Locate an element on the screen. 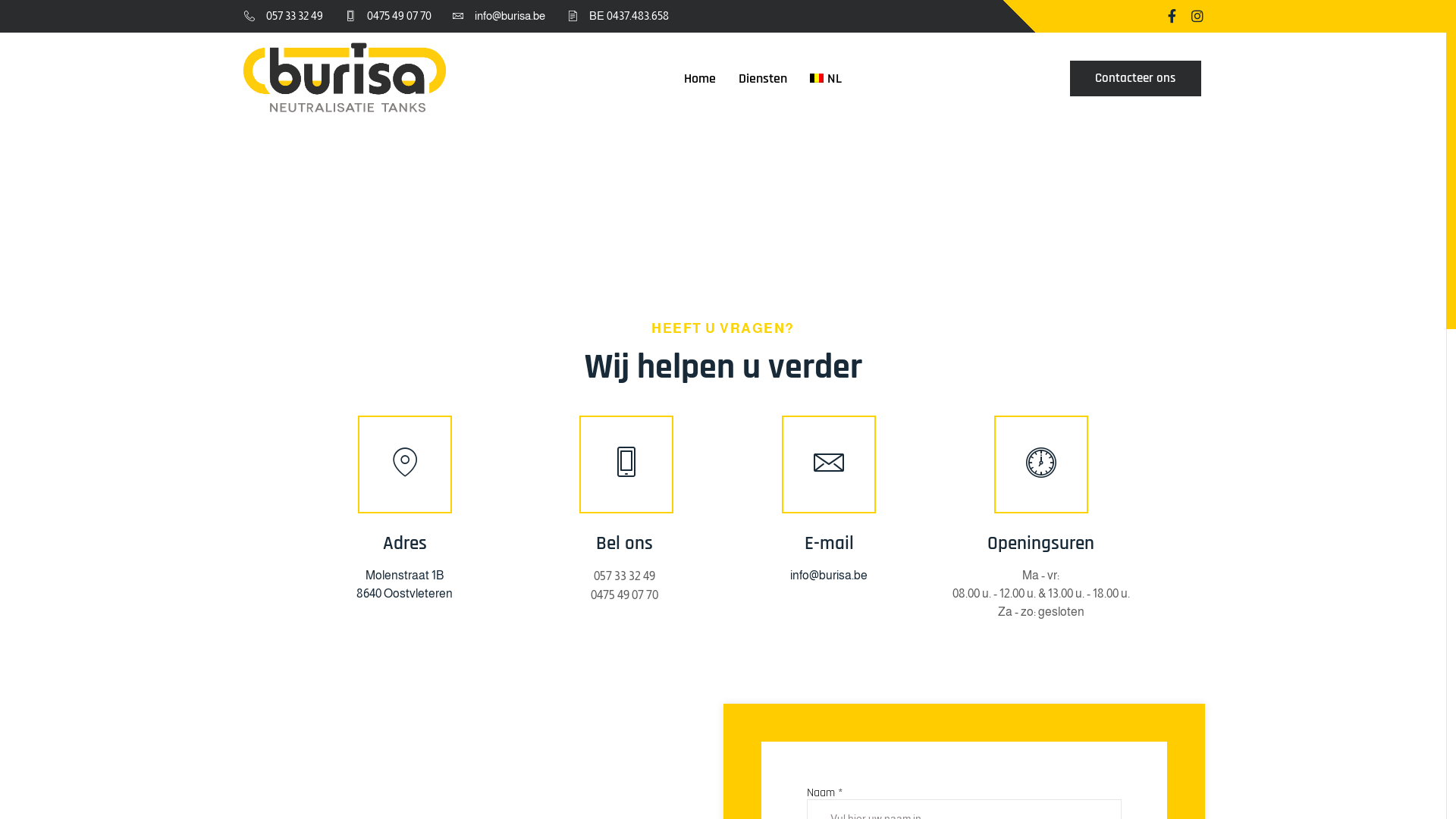 The image size is (1456, 819). '057 33 32 49' is located at coordinates (281, 16).